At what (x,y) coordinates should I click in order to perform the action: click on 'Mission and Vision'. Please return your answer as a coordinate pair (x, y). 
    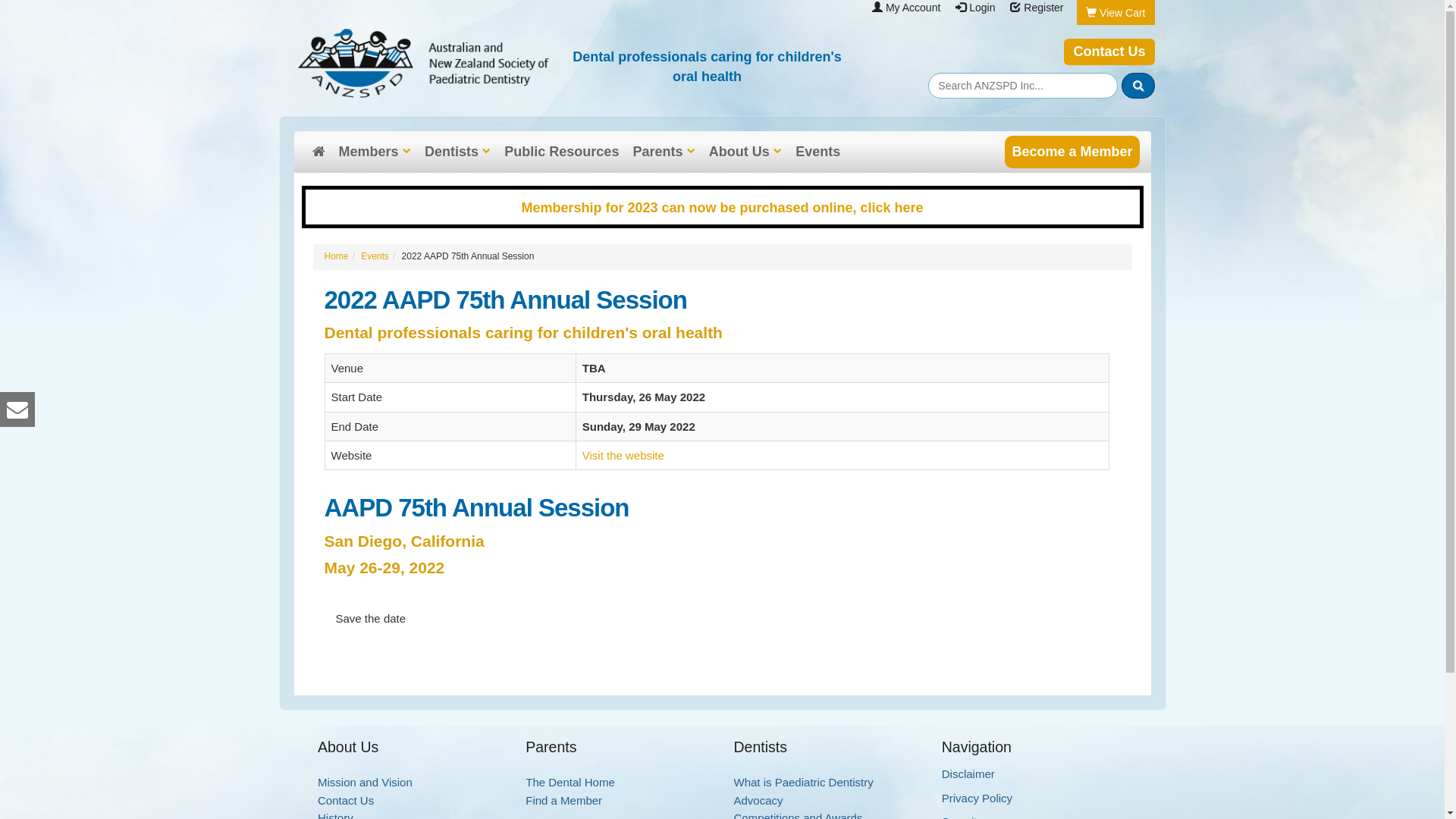
    Looking at the image, I should click on (365, 782).